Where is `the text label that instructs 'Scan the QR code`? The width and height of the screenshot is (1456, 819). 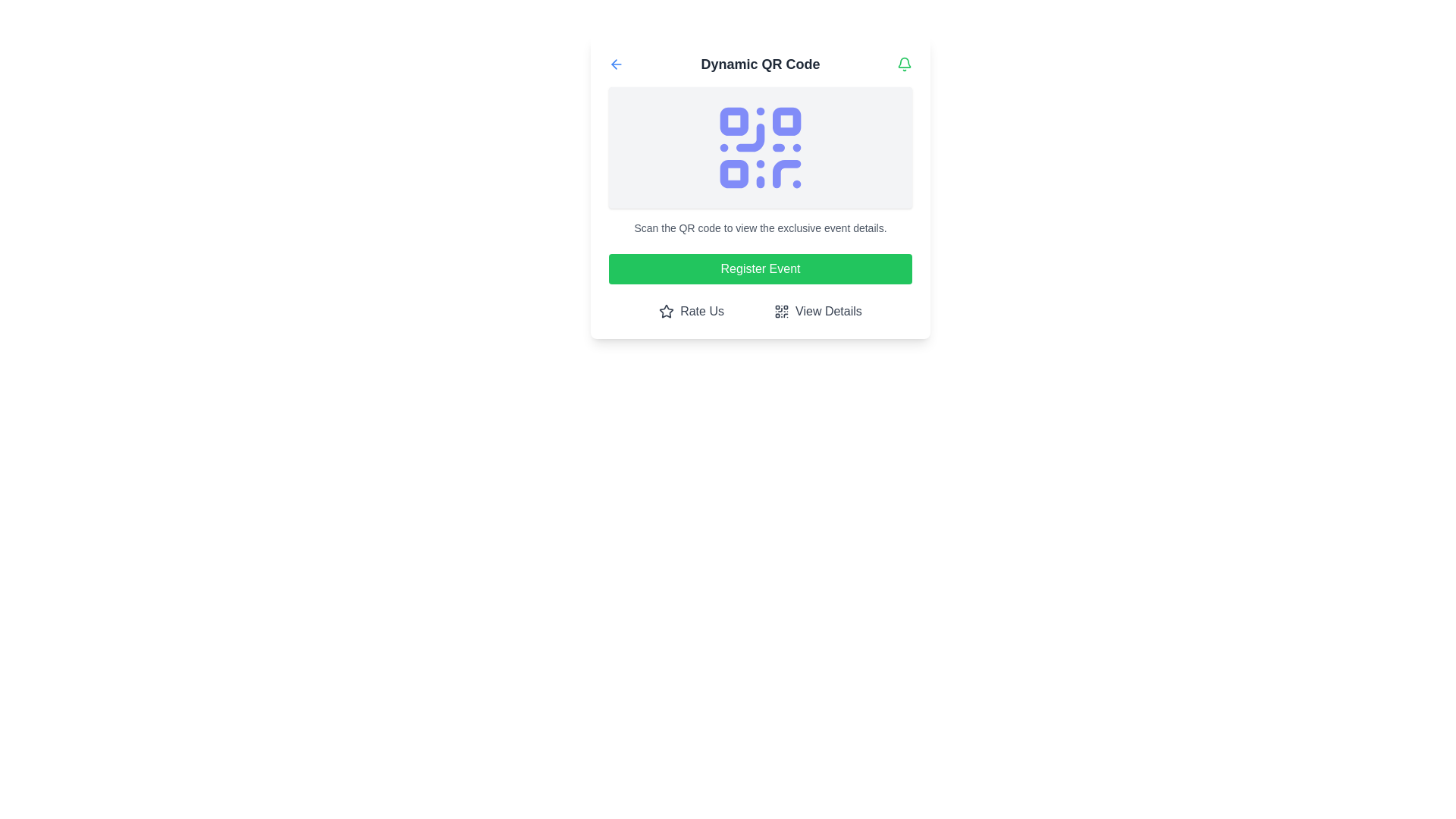
the text label that instructs 'Scan the QR code is located at coordinates (761, 227).